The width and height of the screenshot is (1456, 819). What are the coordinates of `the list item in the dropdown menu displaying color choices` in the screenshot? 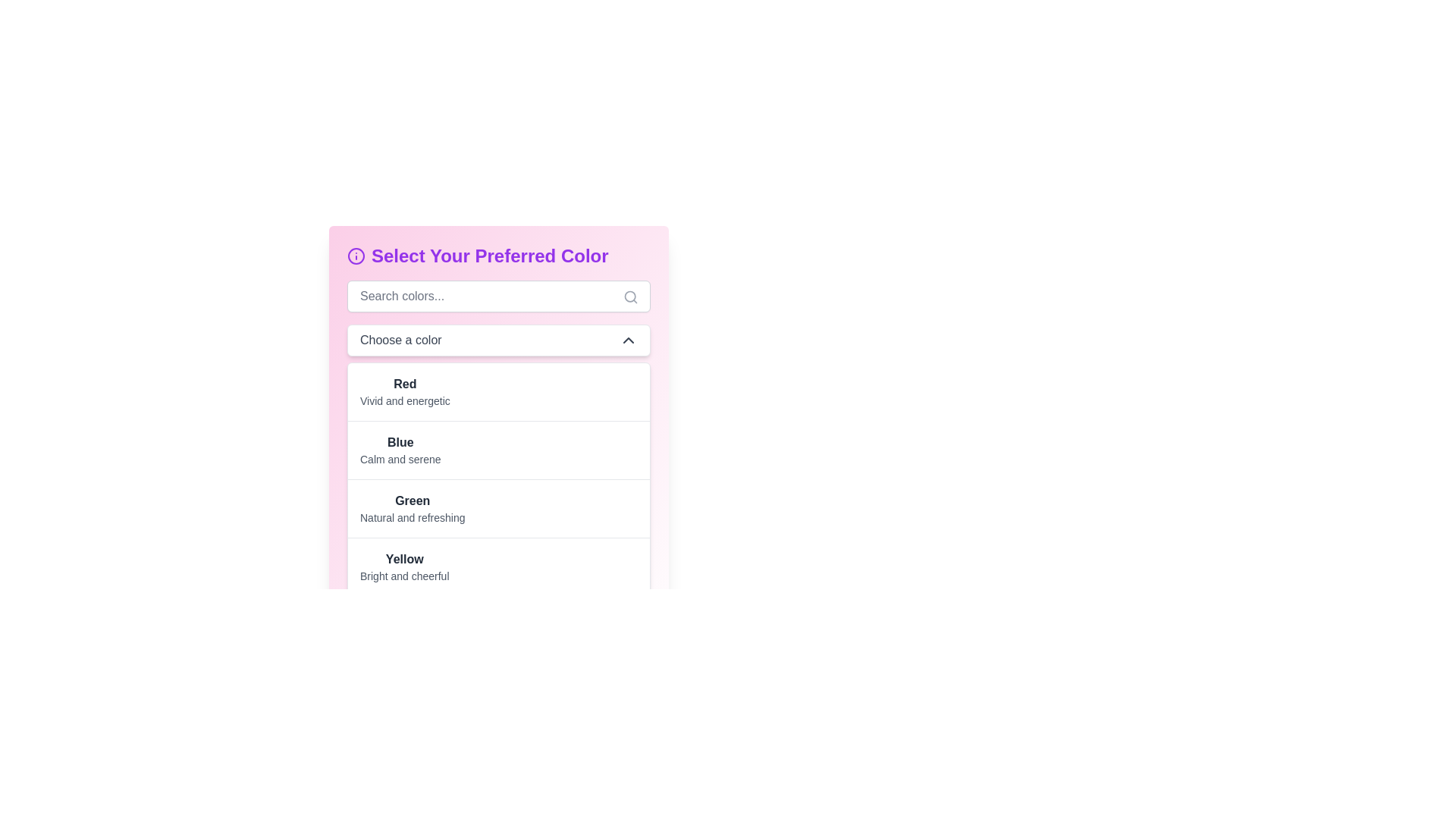 It's located at (498, 509).